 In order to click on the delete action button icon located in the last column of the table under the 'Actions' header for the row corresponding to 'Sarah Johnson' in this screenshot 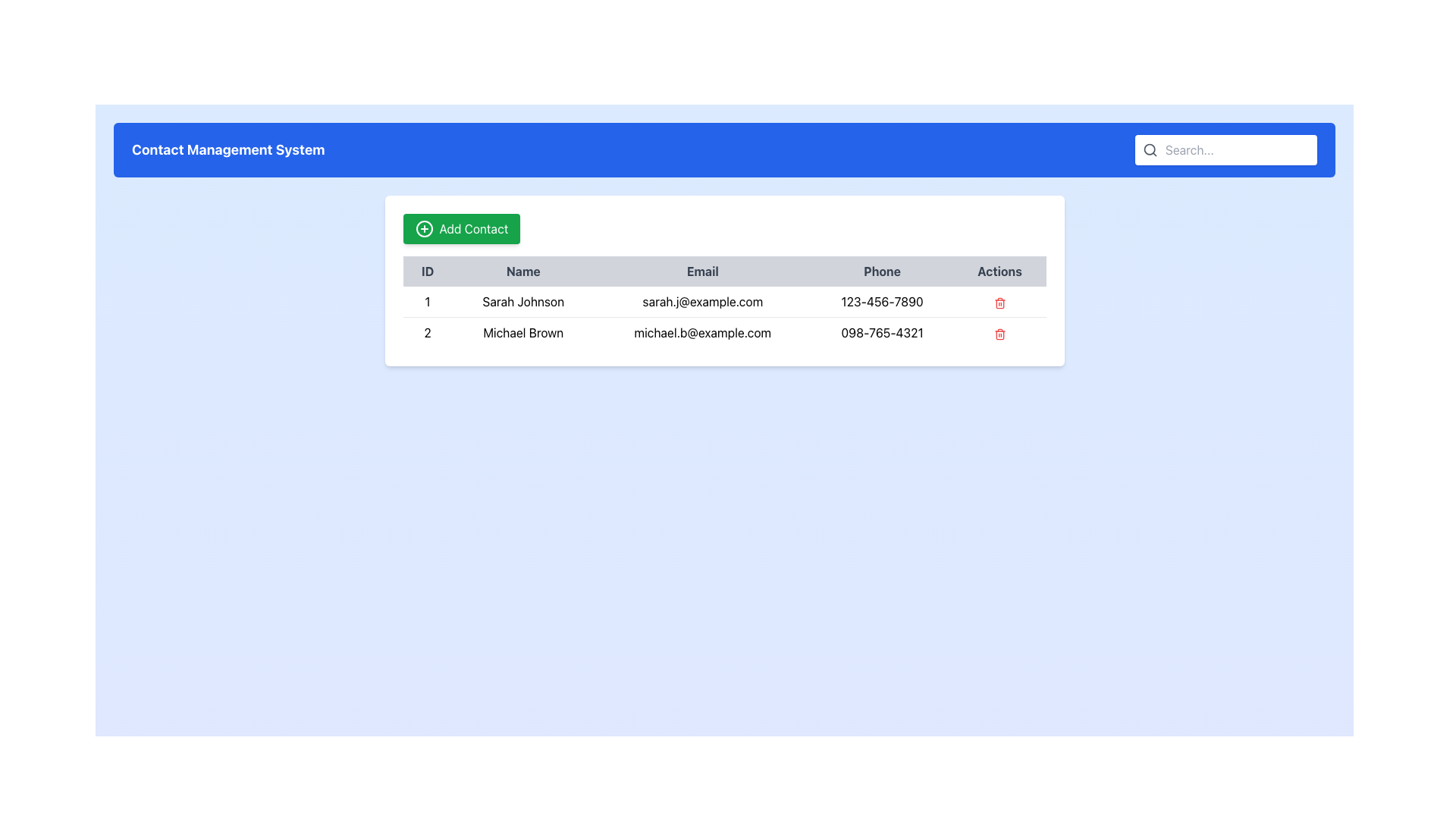, I will do `click(999, 301)`.